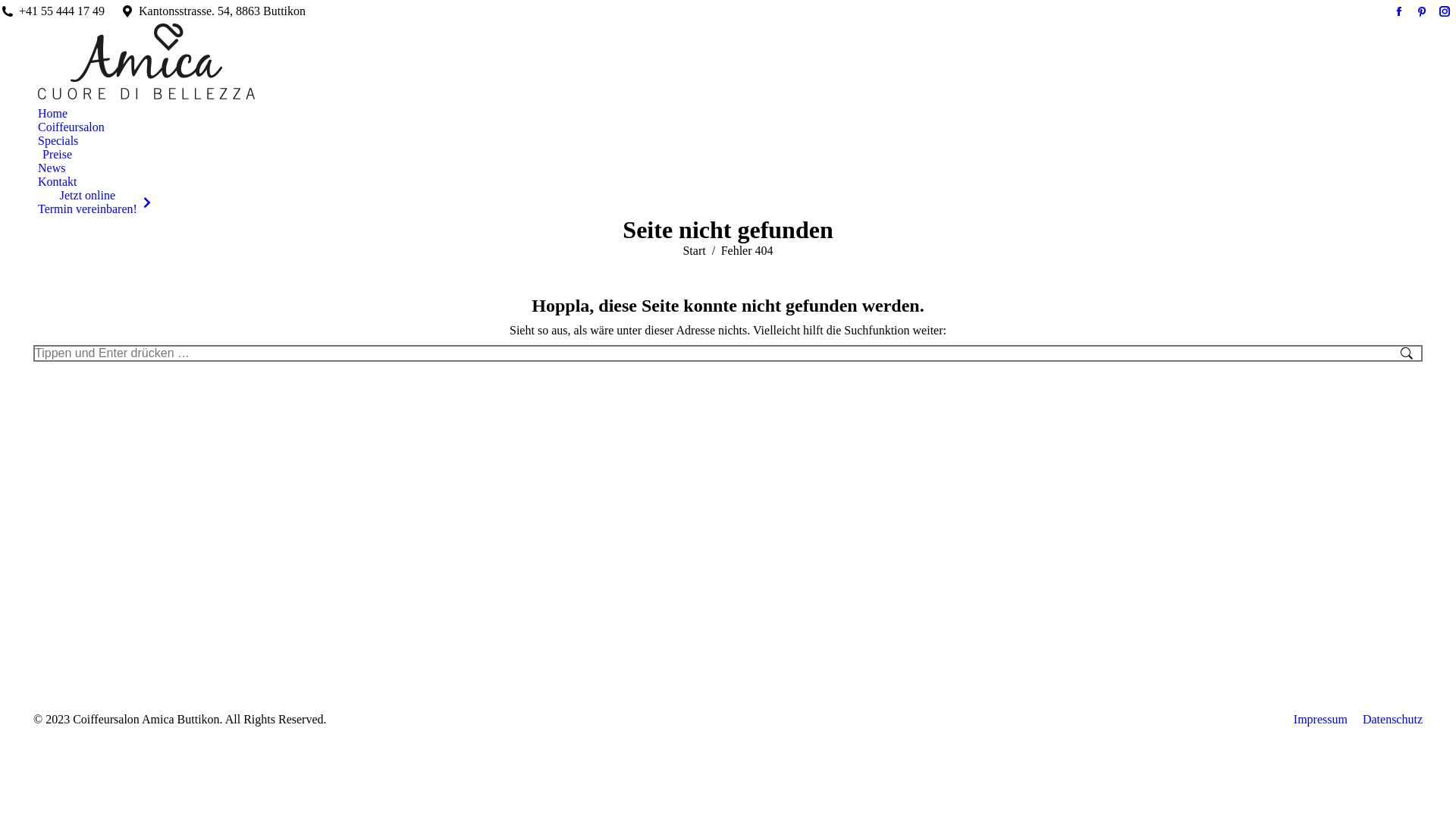 The width and height of the screenshot is (1456, 819). I want to click on 'Jetzt online, so click(93, 201).